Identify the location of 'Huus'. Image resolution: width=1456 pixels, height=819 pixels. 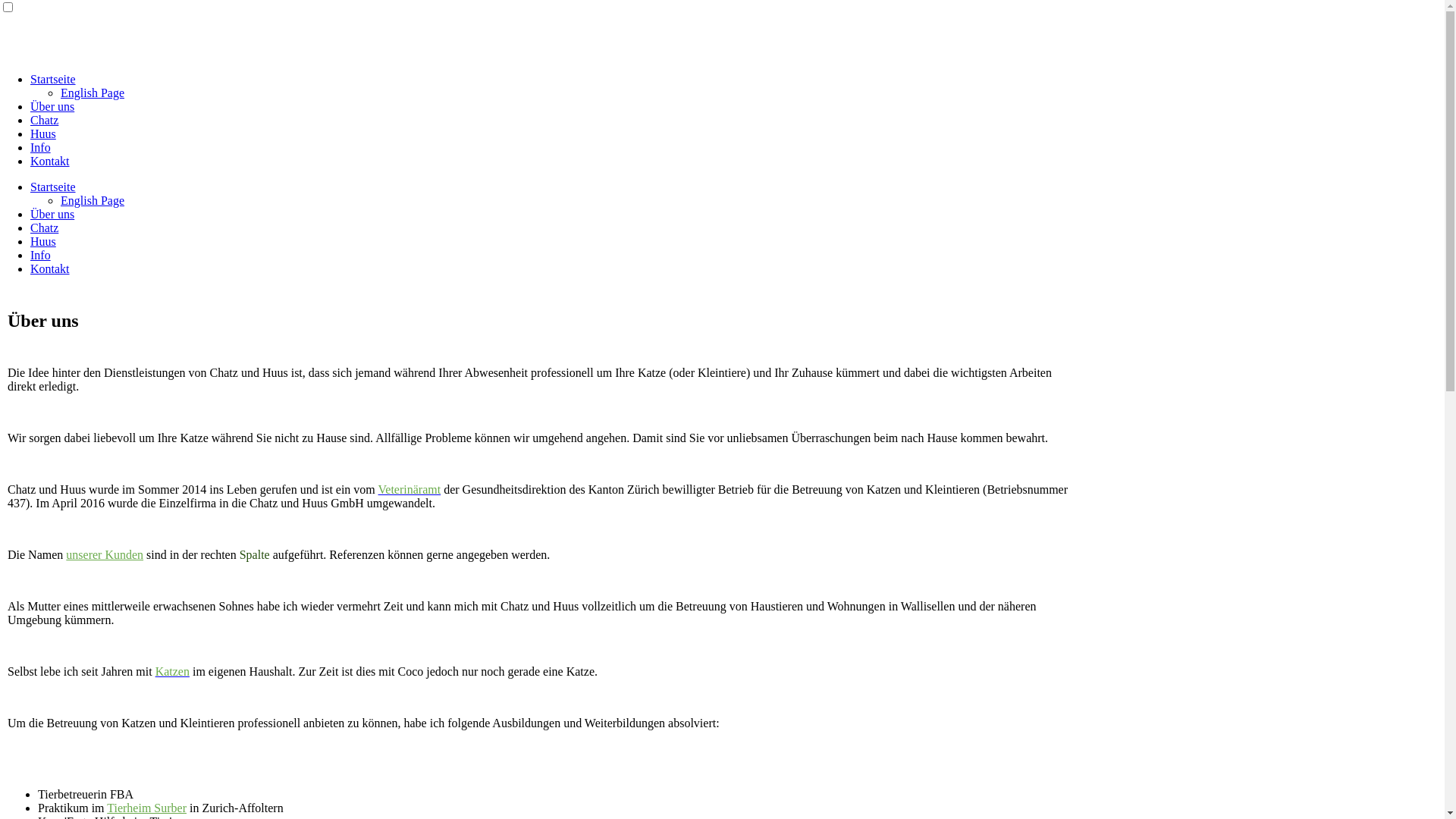
(43, 240).